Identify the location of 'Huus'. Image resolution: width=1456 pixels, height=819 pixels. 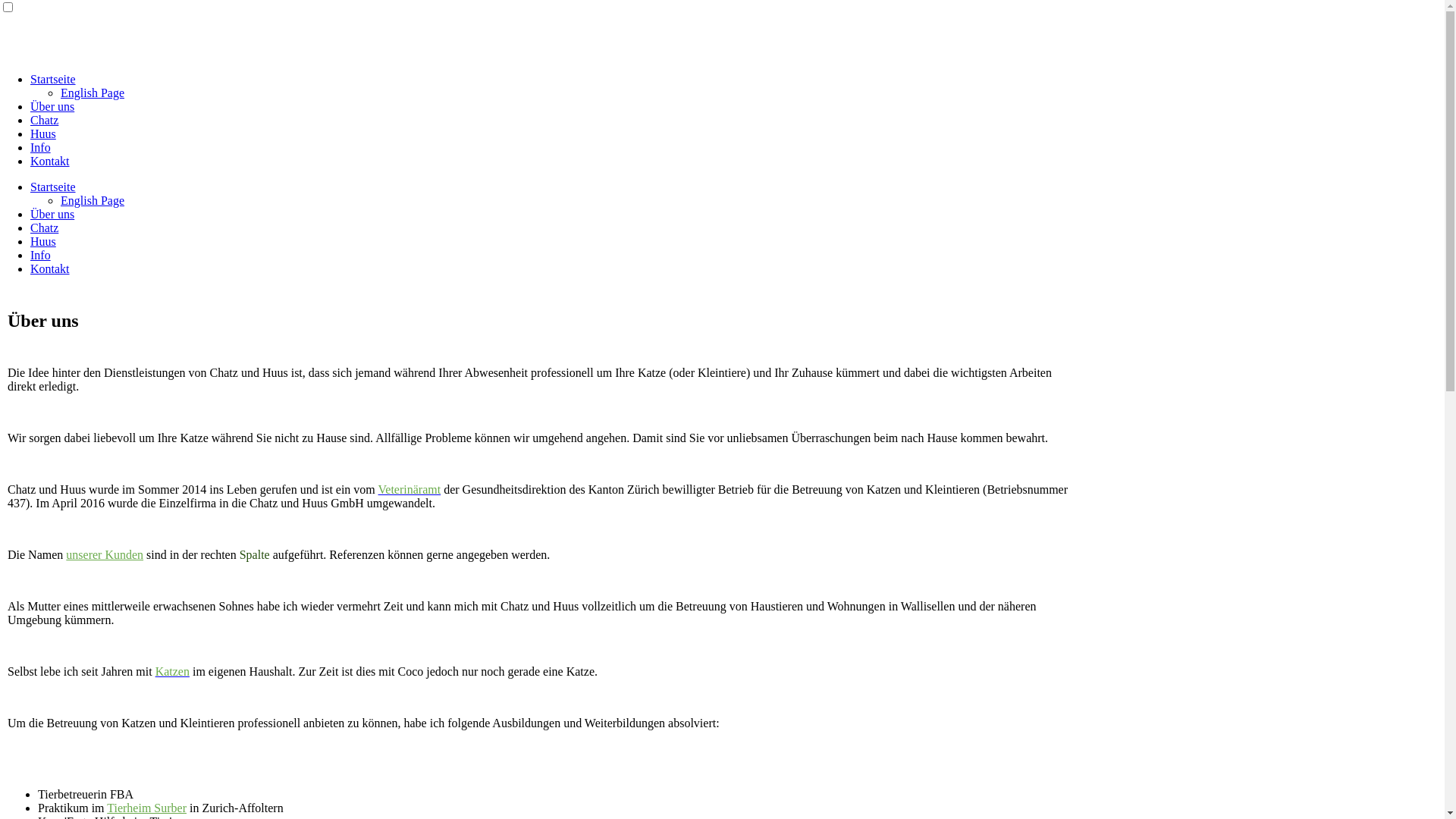
(43, 240).